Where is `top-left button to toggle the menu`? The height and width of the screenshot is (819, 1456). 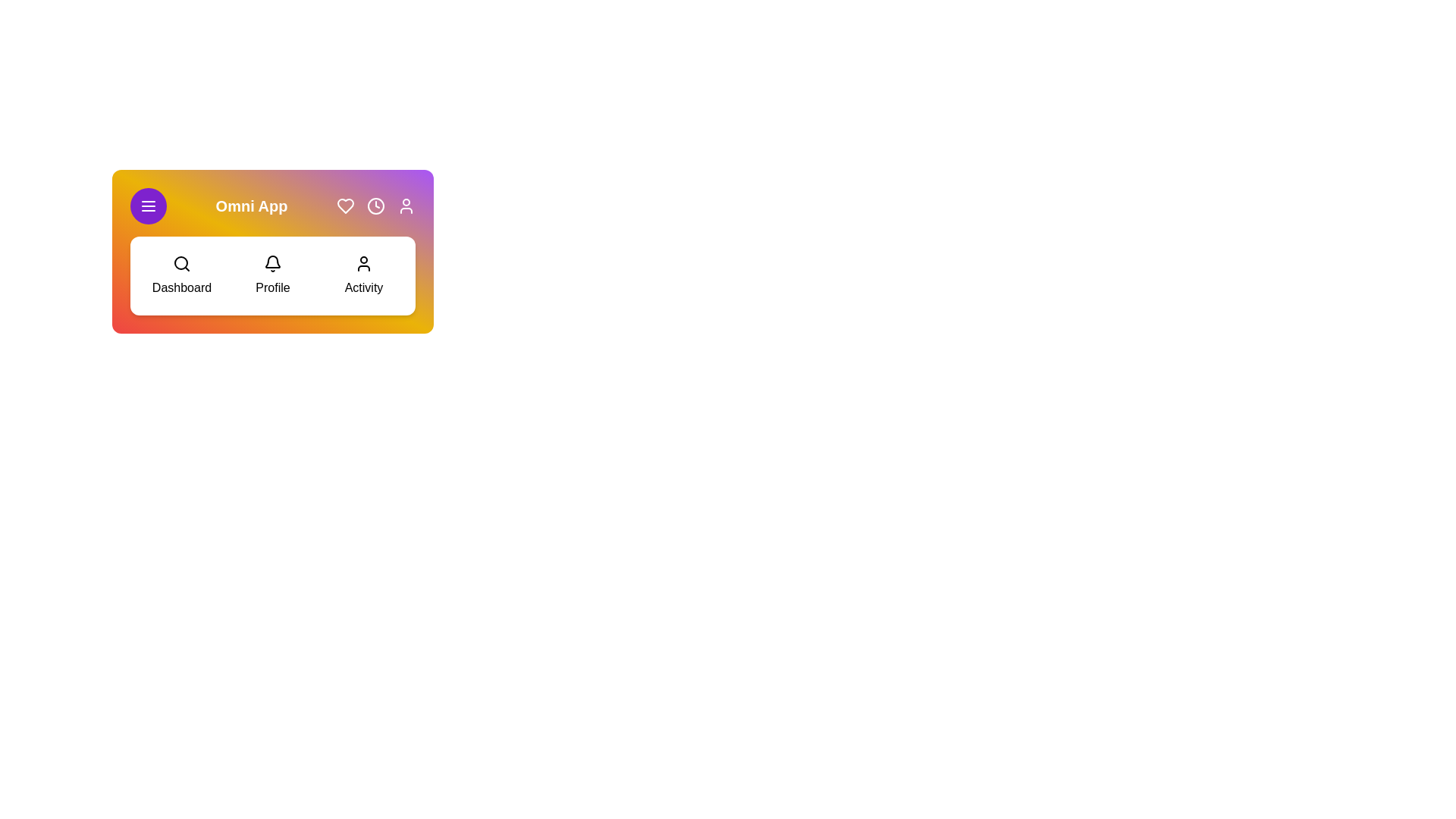 top-left button to toggle the menu is located at coordinates (149, 206).